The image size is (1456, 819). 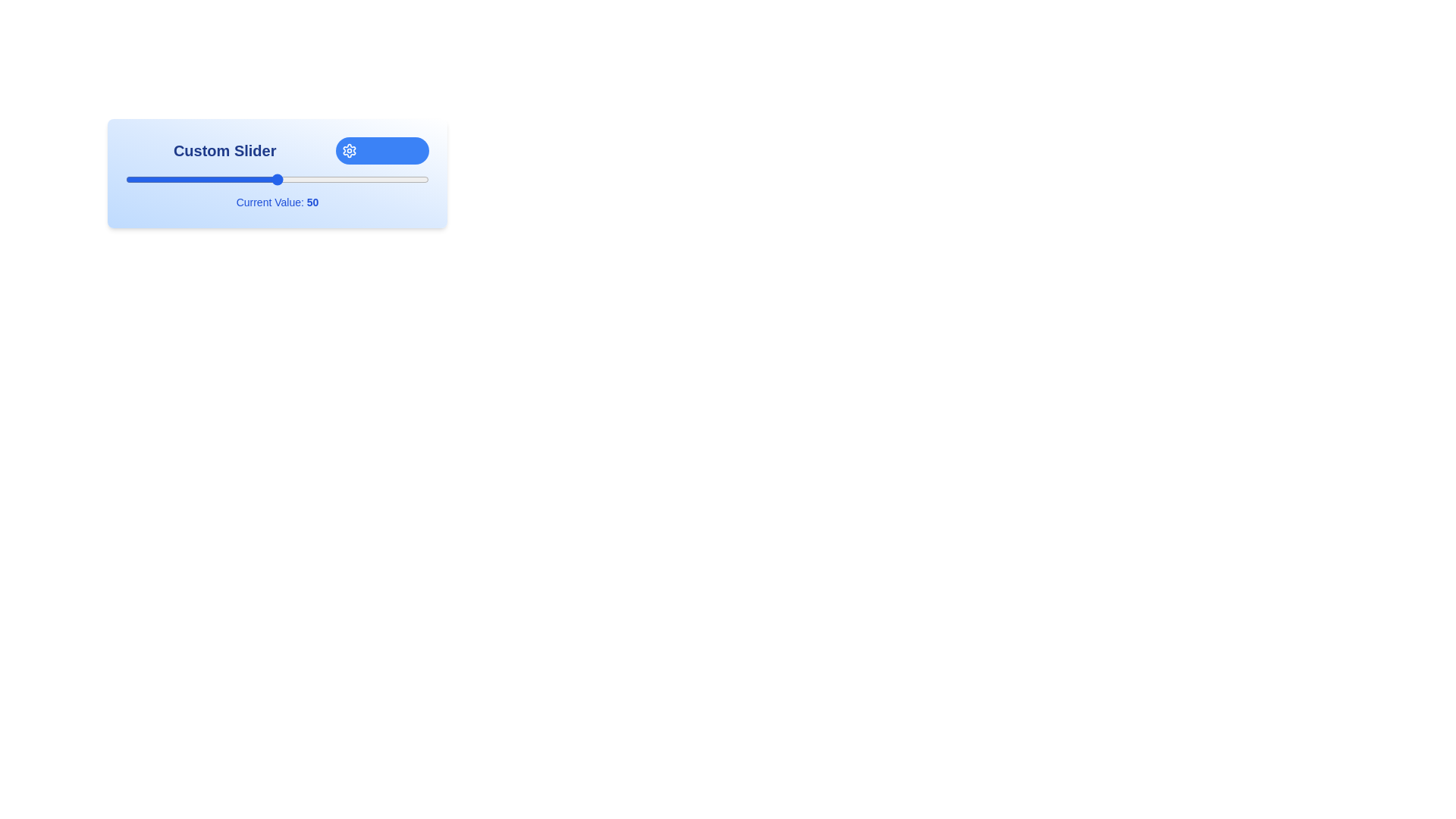 What do you see at coordinates (302, 178) in the screenshot?
I see `the slider's value` at bounding box center [302, 178].